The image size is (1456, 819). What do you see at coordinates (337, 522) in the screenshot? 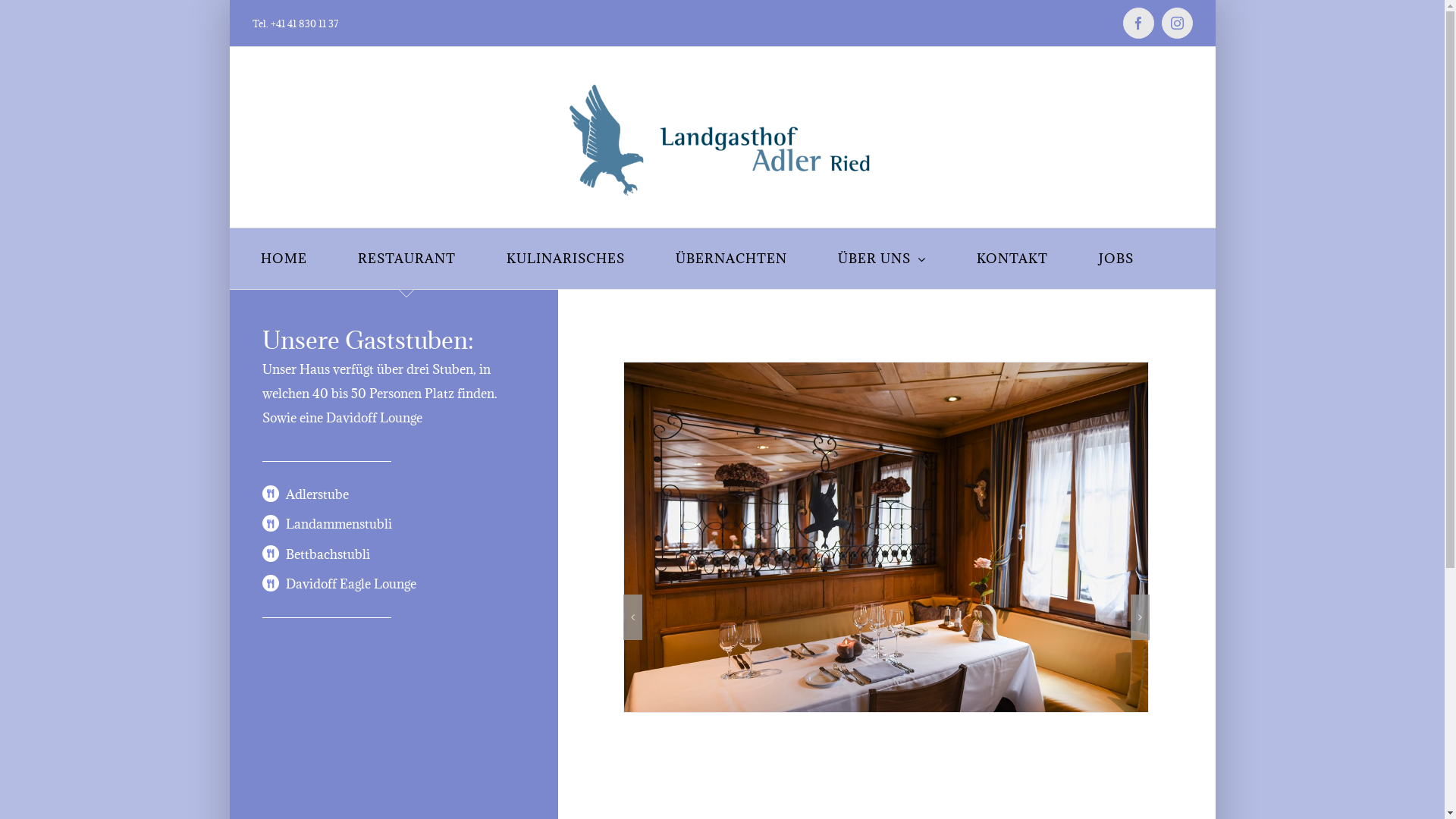
I see `'Landammenstubli'` at bounding box center [337, 522].